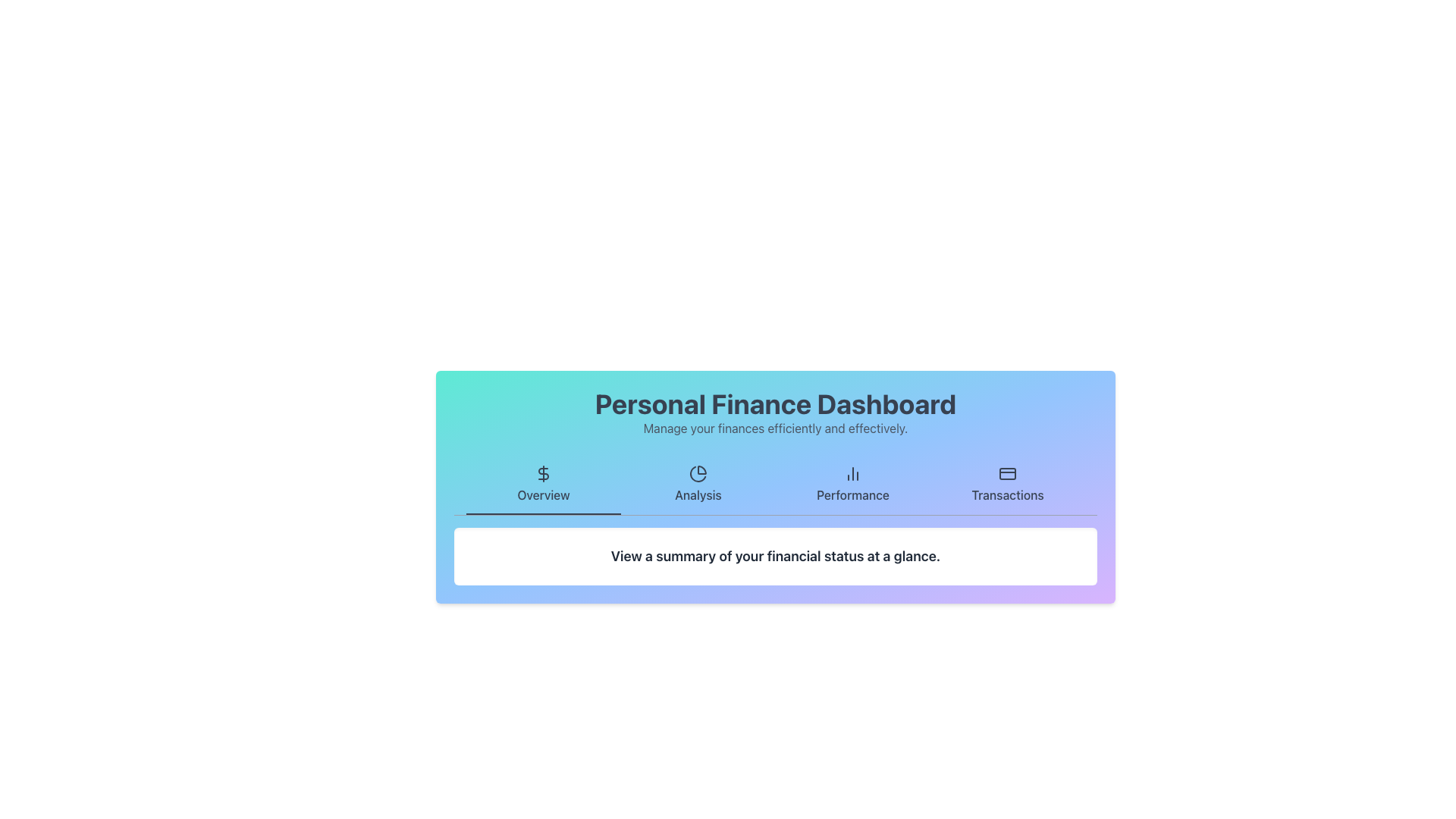  Describe the element at coordinates (852, 485) in the screenshot. I see `the 'Performance' navigation tab, which is the third item in the horizontal navigation bar of the 'Personal Finance Dashboard'` at that location.